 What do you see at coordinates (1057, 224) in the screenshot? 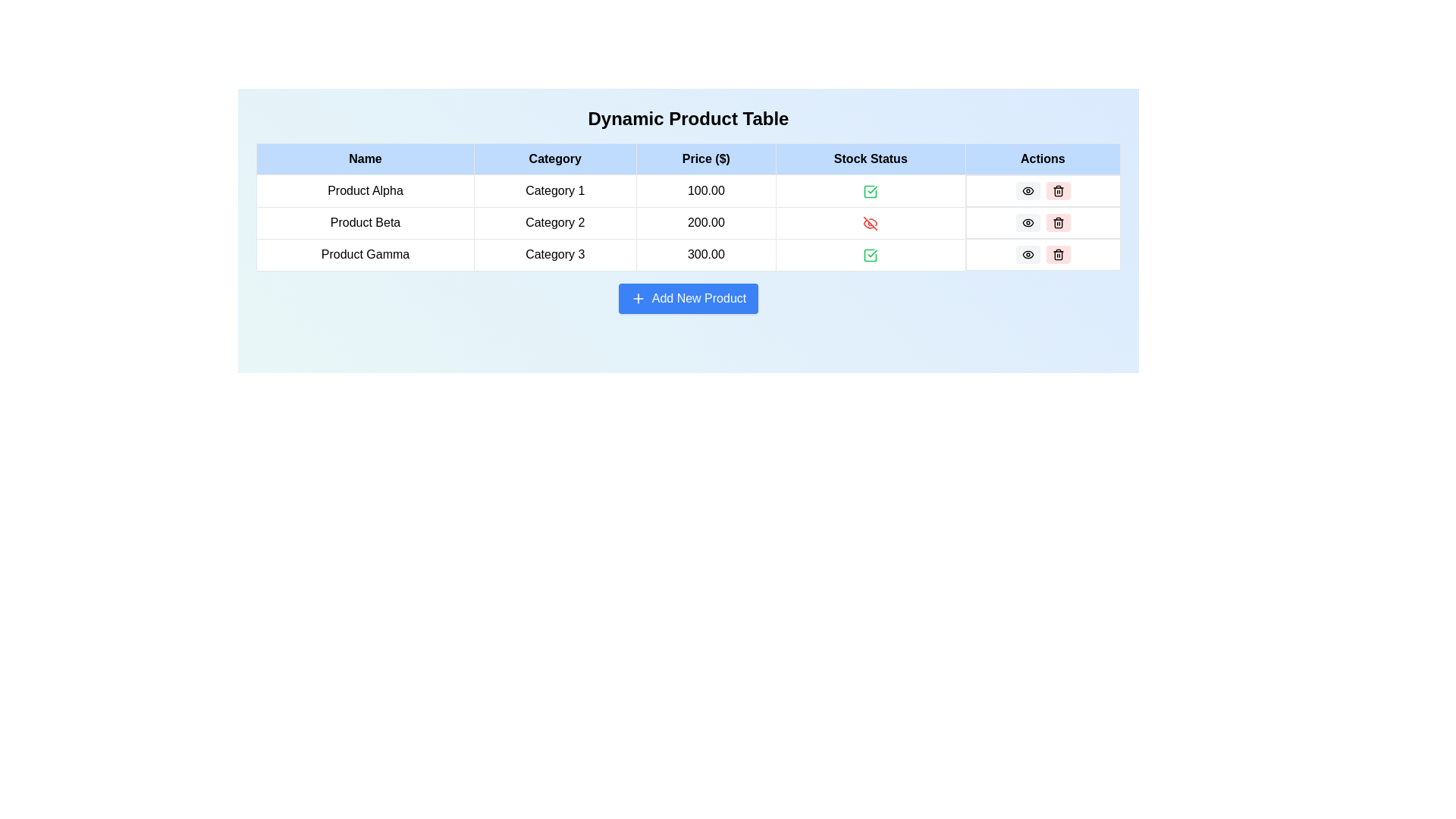
I see `the delete icon within the trash button located in the second row of the table under the 'Actions' column` at bounding box center [1057, 224].